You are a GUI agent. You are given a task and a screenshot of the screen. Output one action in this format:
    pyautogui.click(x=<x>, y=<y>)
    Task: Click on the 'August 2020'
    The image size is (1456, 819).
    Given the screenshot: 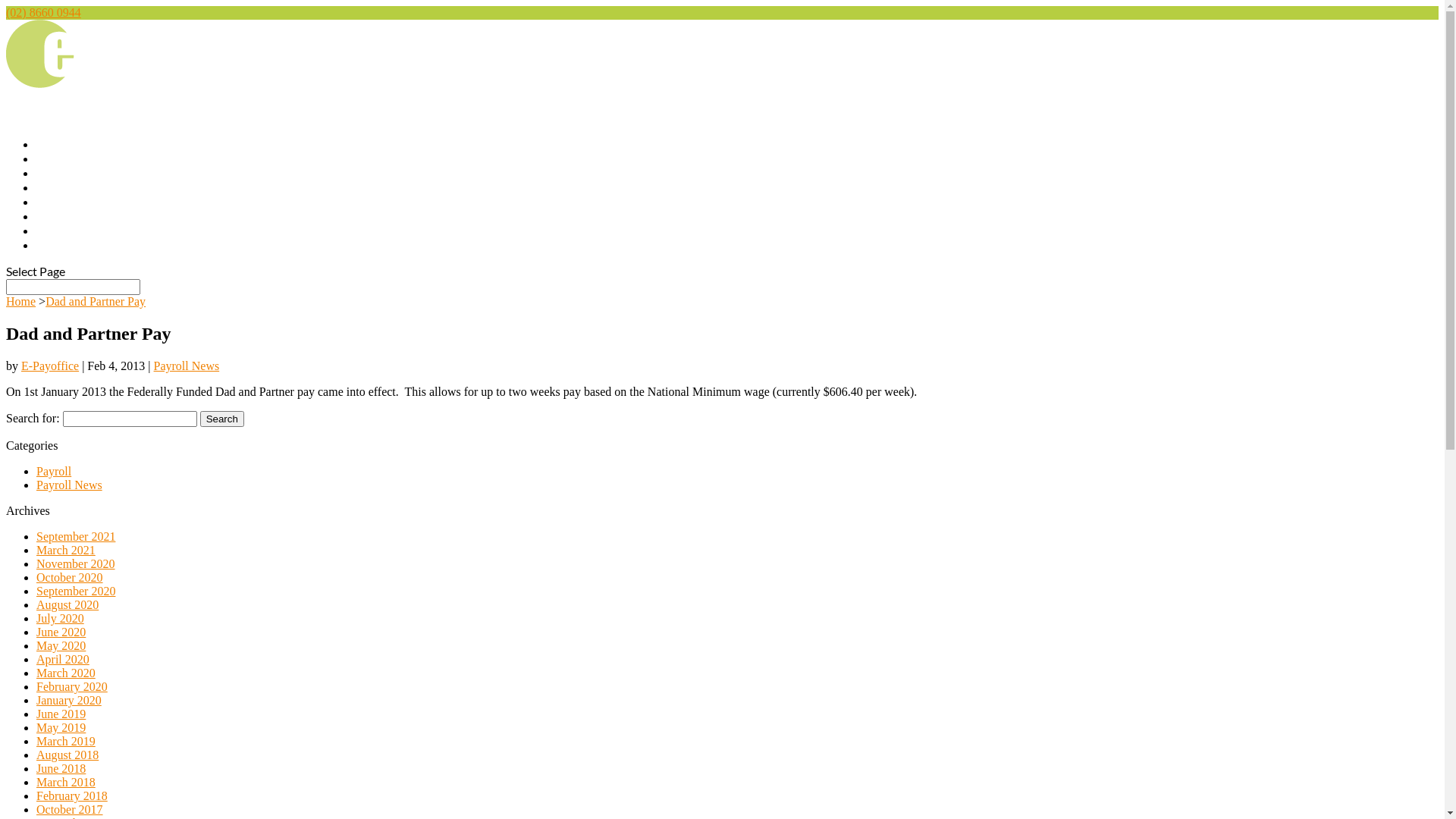 What is the action you would take?
    pyautogui.click(x=67, y=604)
    